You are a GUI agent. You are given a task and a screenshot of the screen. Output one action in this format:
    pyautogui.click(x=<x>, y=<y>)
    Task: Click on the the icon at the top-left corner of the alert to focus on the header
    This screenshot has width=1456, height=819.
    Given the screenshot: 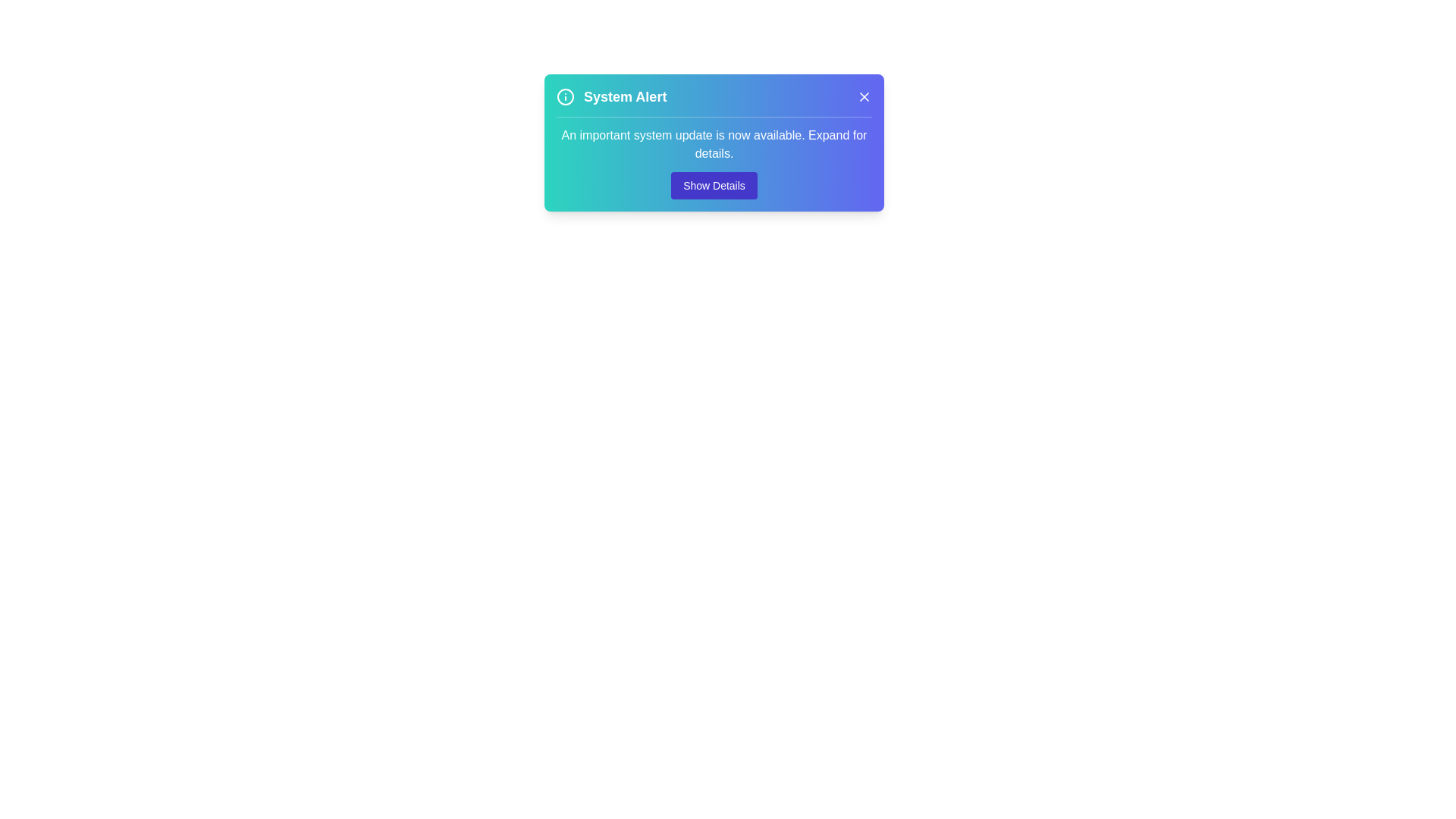 What is the action you would take?
    pyautogui.click(x=564, y=96)
    